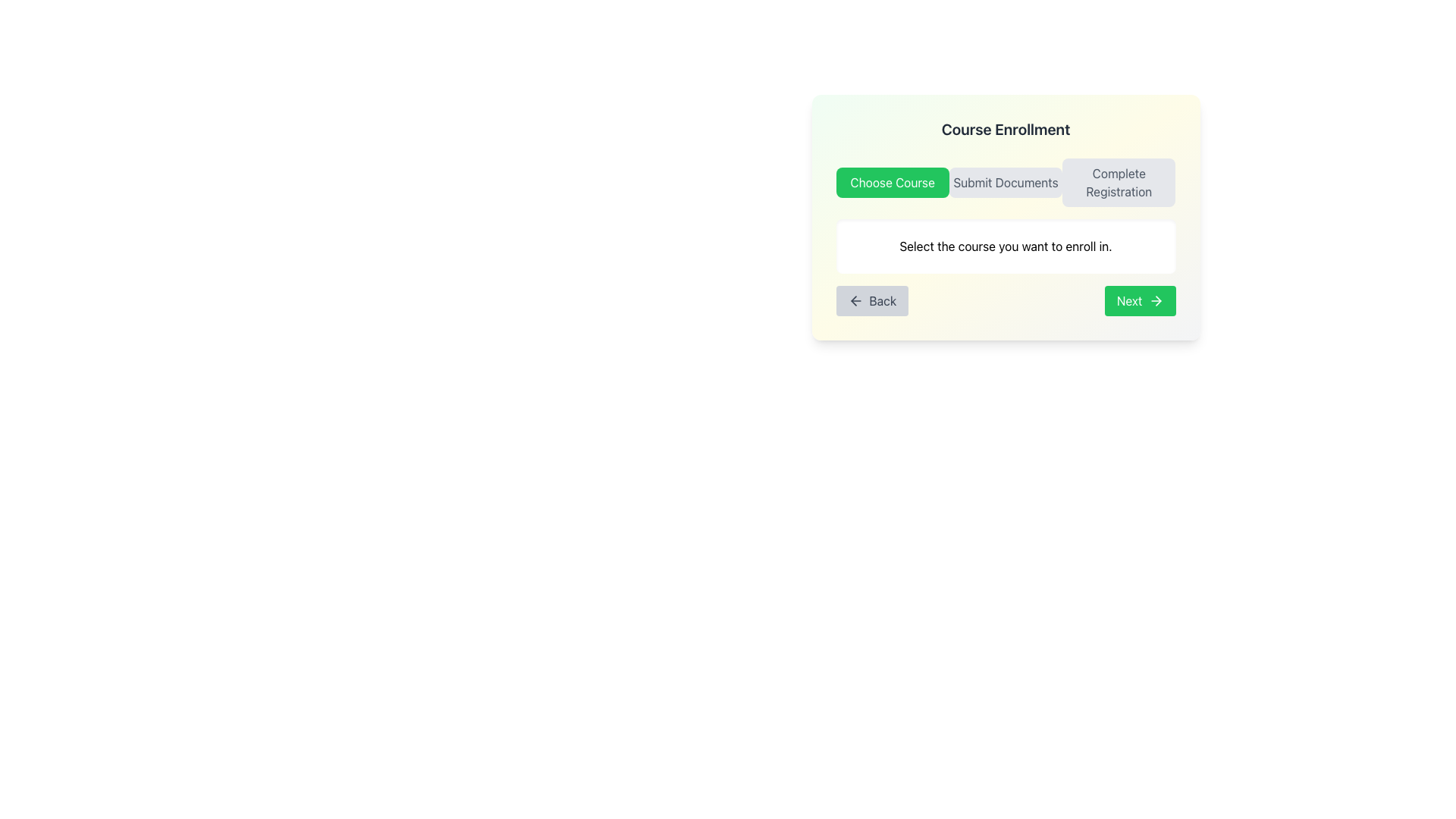  What do you see at coordinates (872, 301) in the screenshot?
I see `the 'Back' button with a gray background and rounded edges, located at the bottom-left of the 'Course Enrollment' form` at bounding box center [872, 301].